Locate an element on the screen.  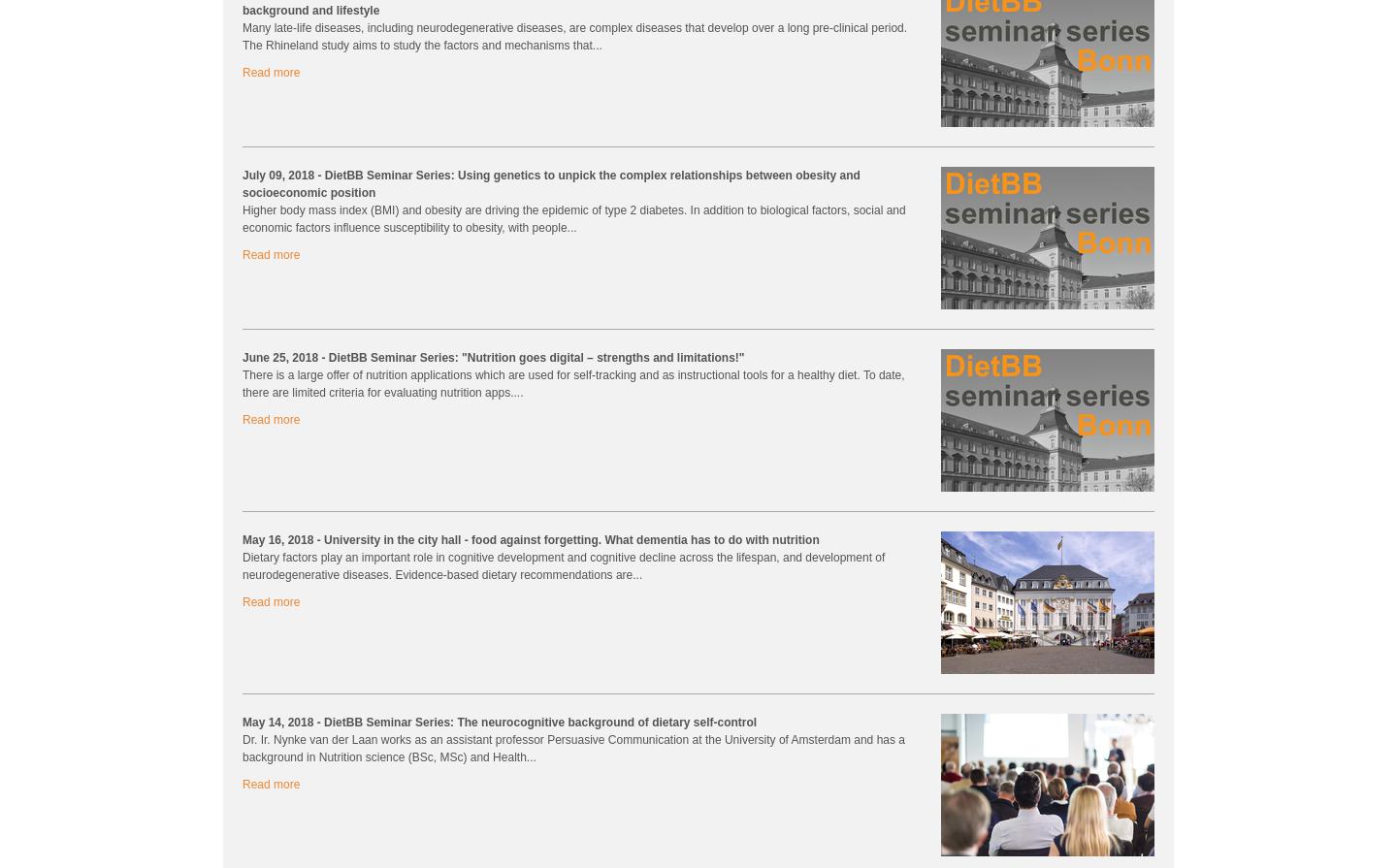
'July 09, 2018' is located at coordinates (278, 174).